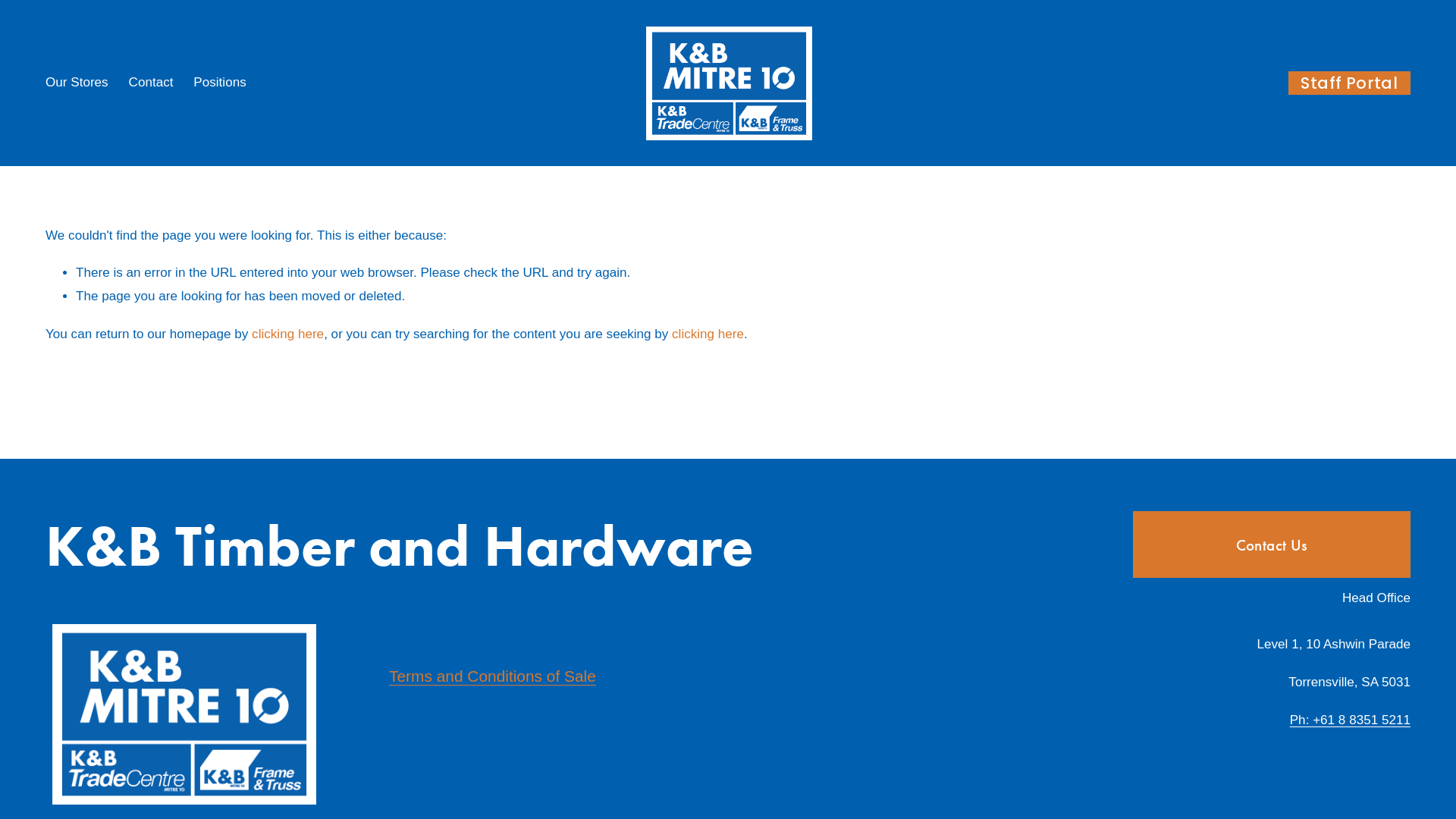  Describe the element at coordinates (1271, 543) in the screenshot. I see `'Contact Us'` at that location.